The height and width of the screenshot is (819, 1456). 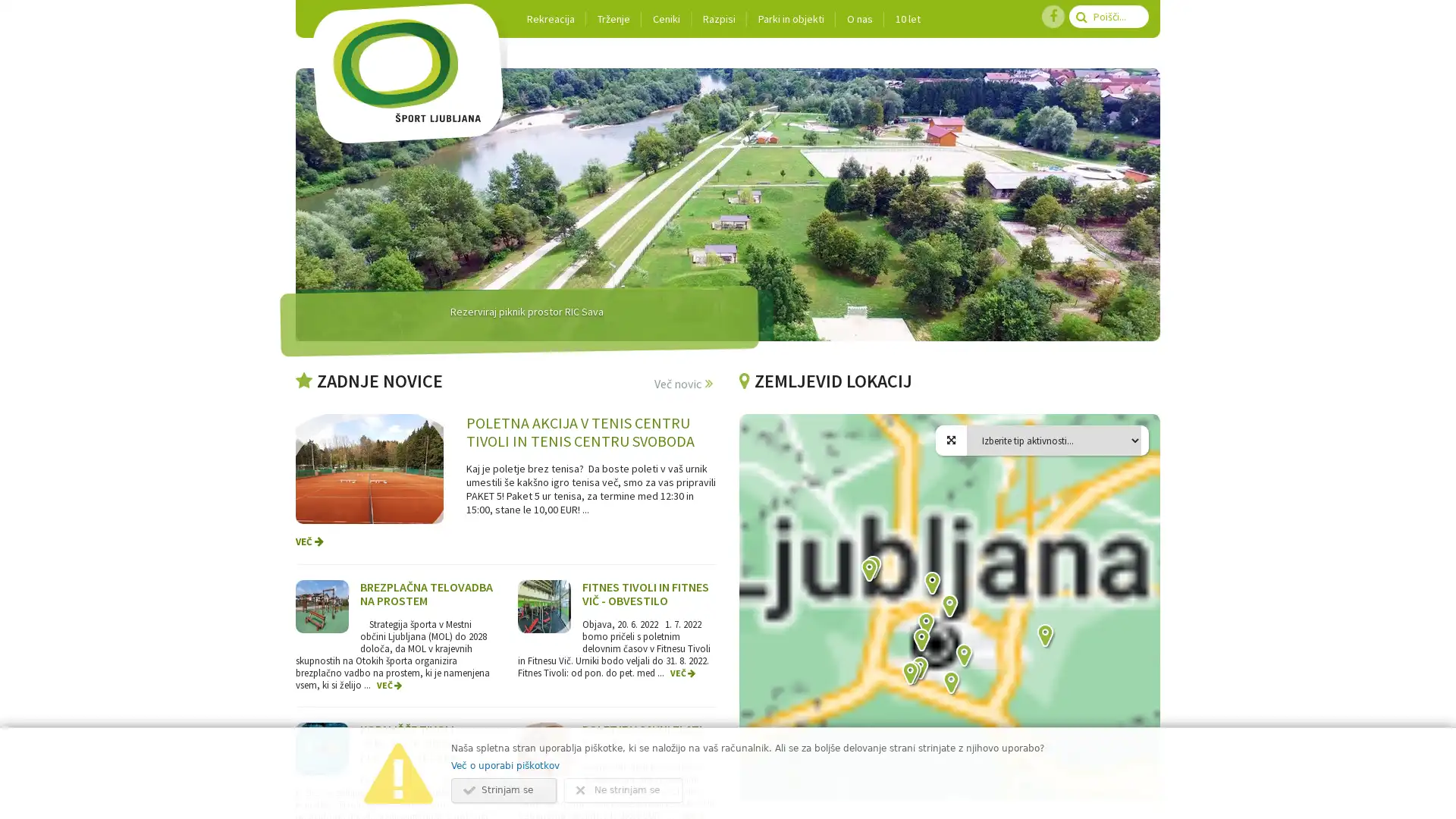 I want to click on Strinjam se, so click(x=504, y=789).